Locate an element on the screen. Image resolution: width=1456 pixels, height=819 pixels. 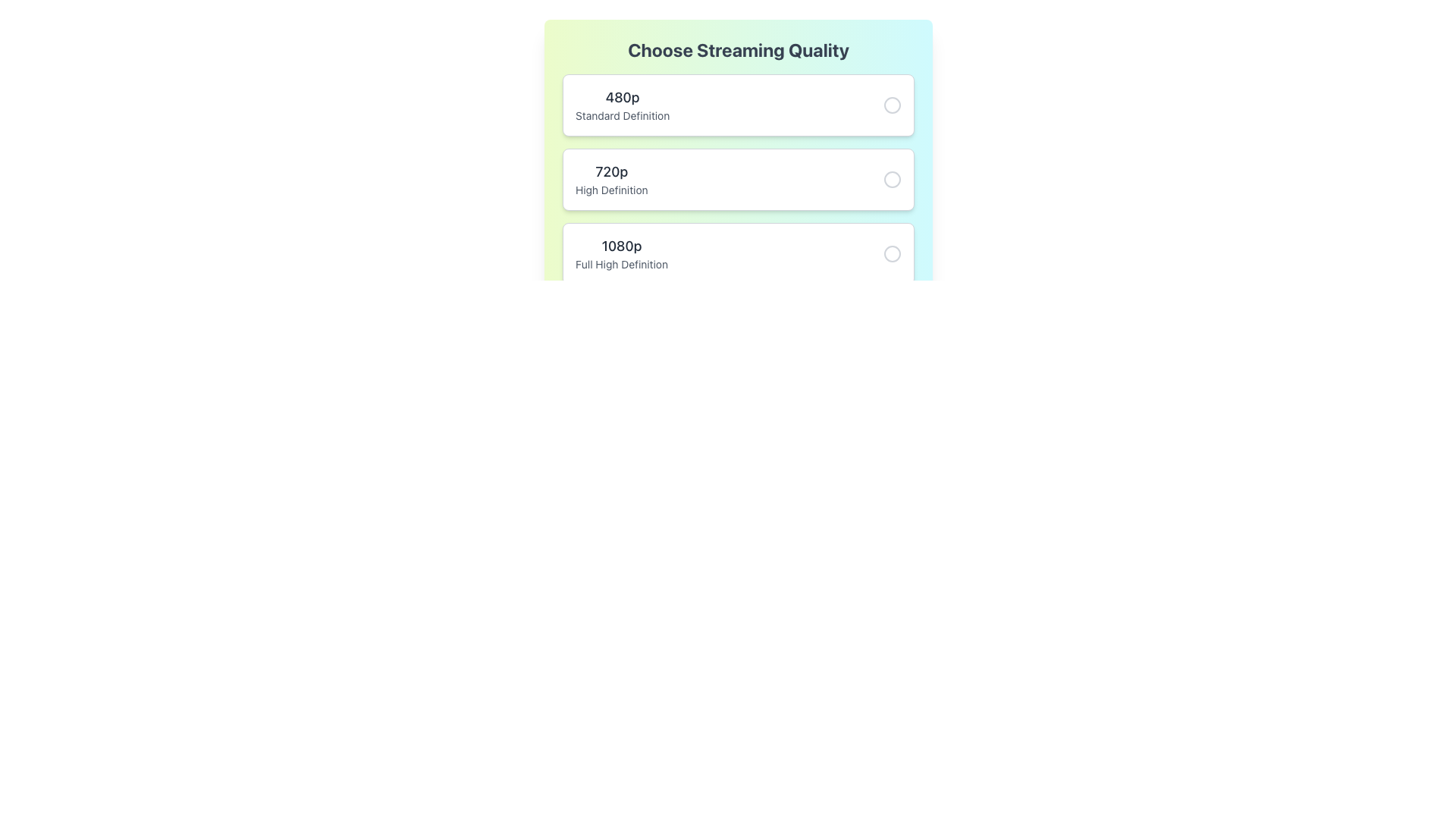
header text content located at the top of the streaming quality section, which informs the user about the purpose of the options below is located at coordinates (739, 49).